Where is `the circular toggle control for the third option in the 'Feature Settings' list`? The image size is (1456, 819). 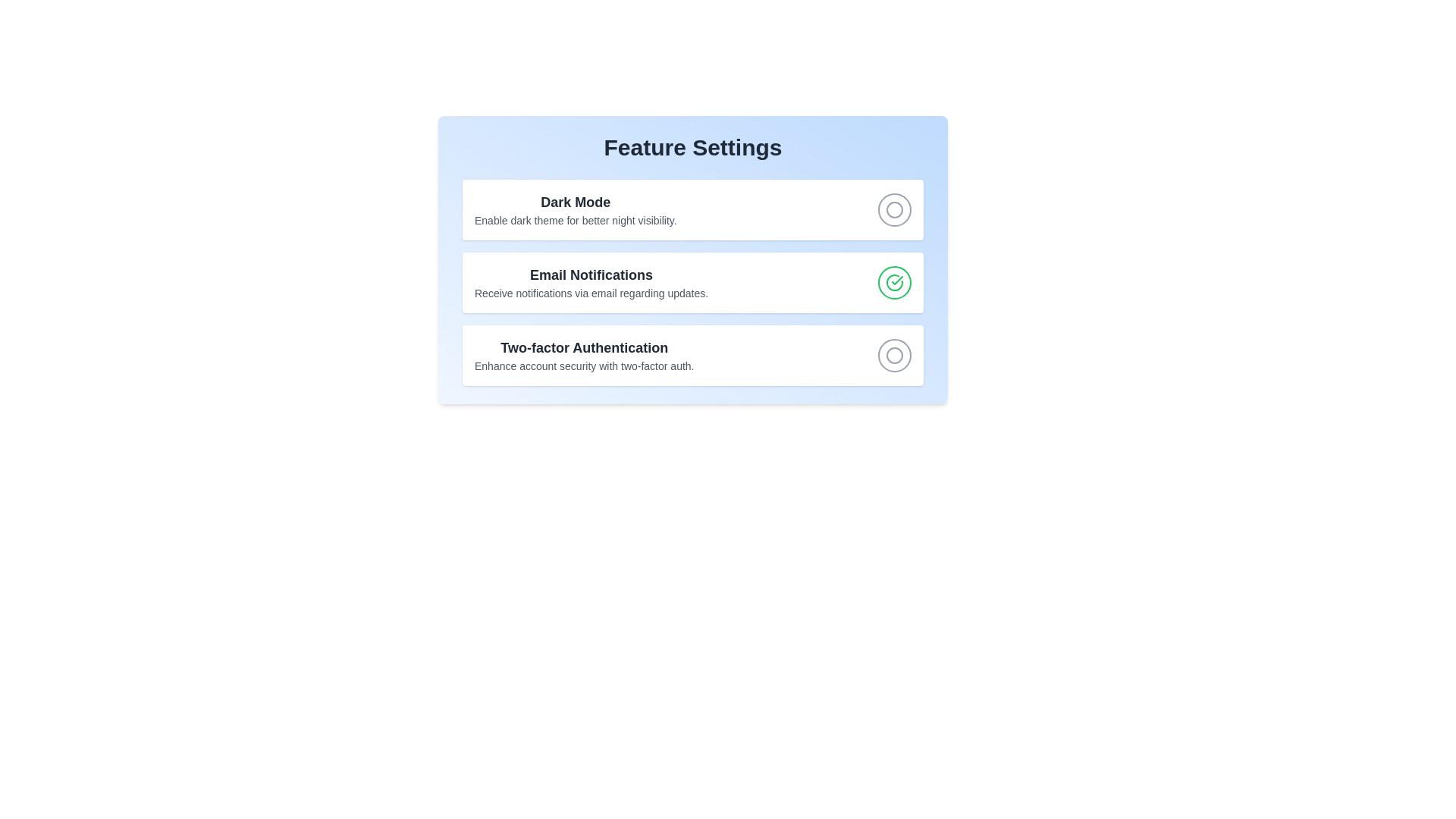 the circular toggle control for the third option in the 'Feature Settings' list is located at coordinates (692, 356).